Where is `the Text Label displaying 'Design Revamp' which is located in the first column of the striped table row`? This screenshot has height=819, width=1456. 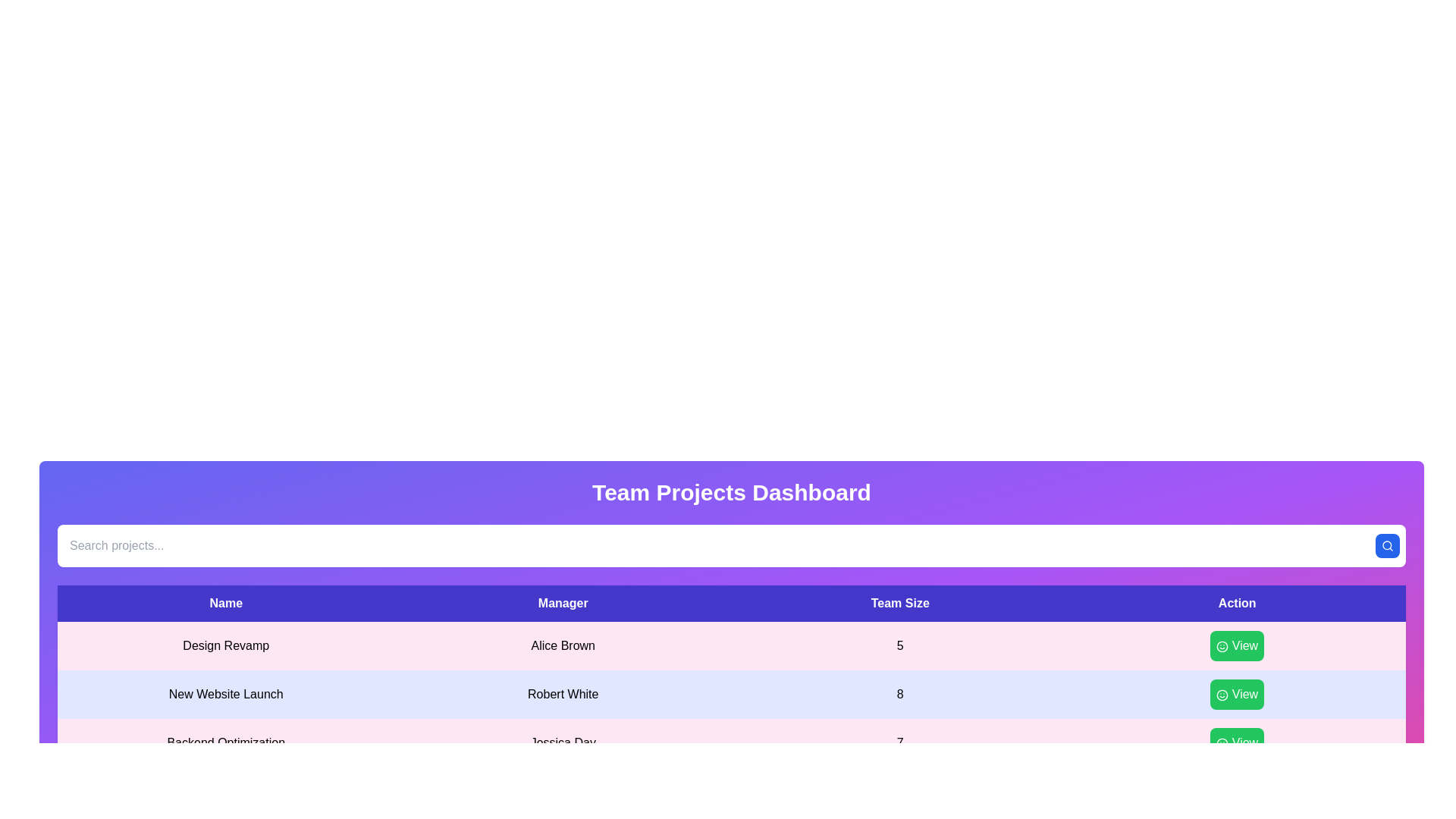
the Text Label displaying 'Design Revamp' which is located in the first column of the striped table row is located at coordinates (225, 646).